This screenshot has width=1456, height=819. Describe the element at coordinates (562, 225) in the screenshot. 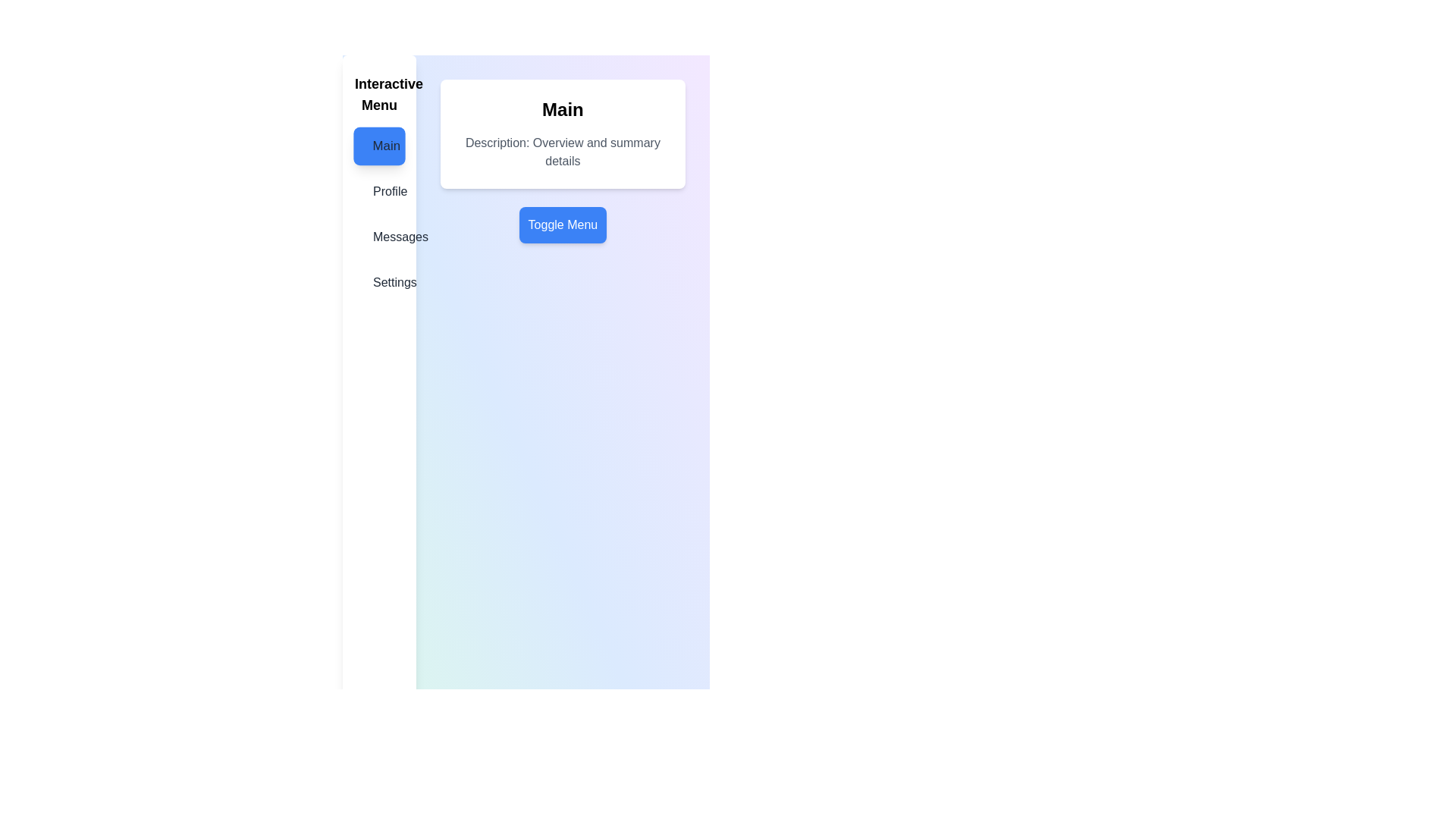

I see `the 'Toggle Menu' button to toggle the menu visibility` at that location.